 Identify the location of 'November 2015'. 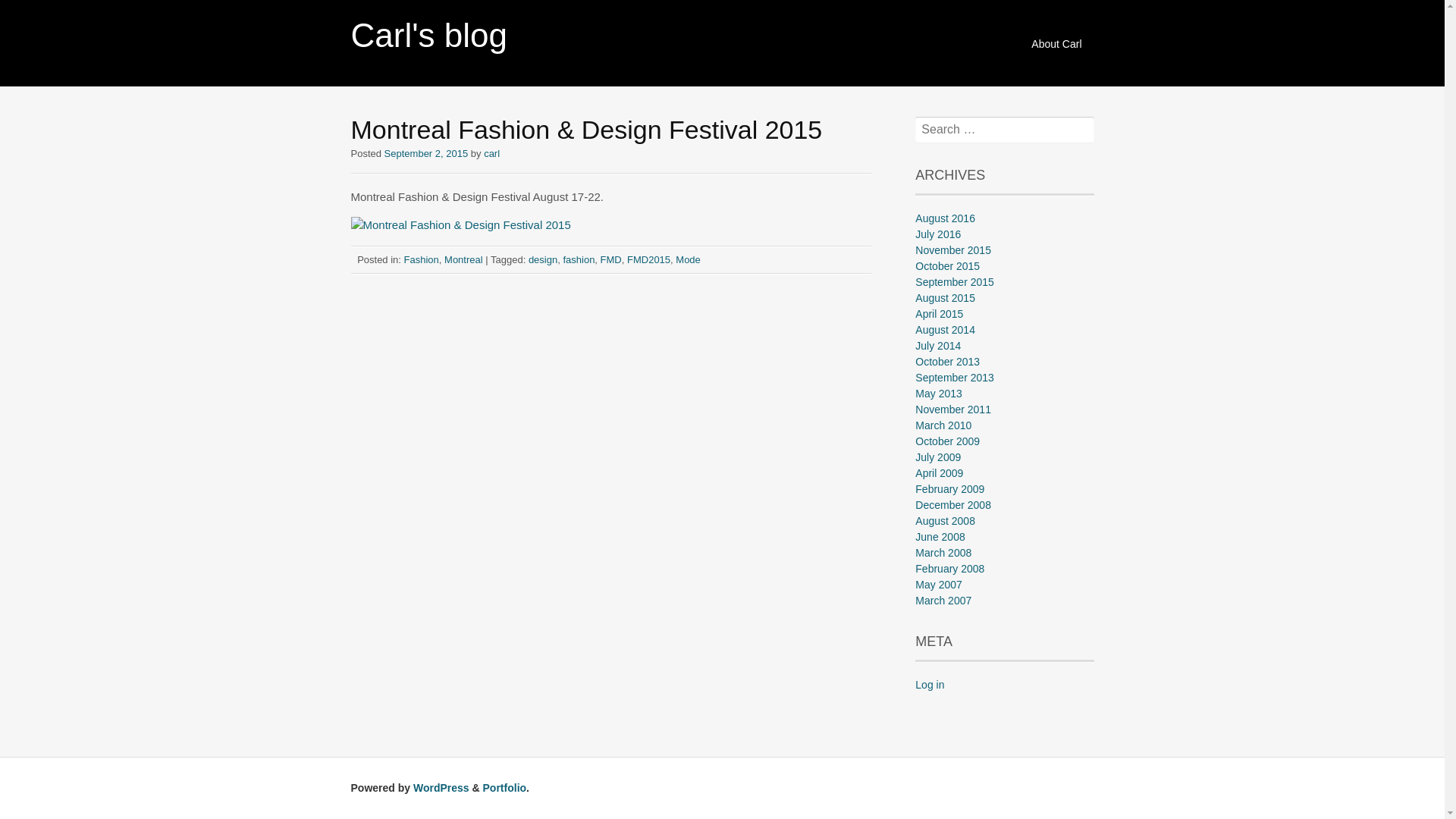
(952, 249).